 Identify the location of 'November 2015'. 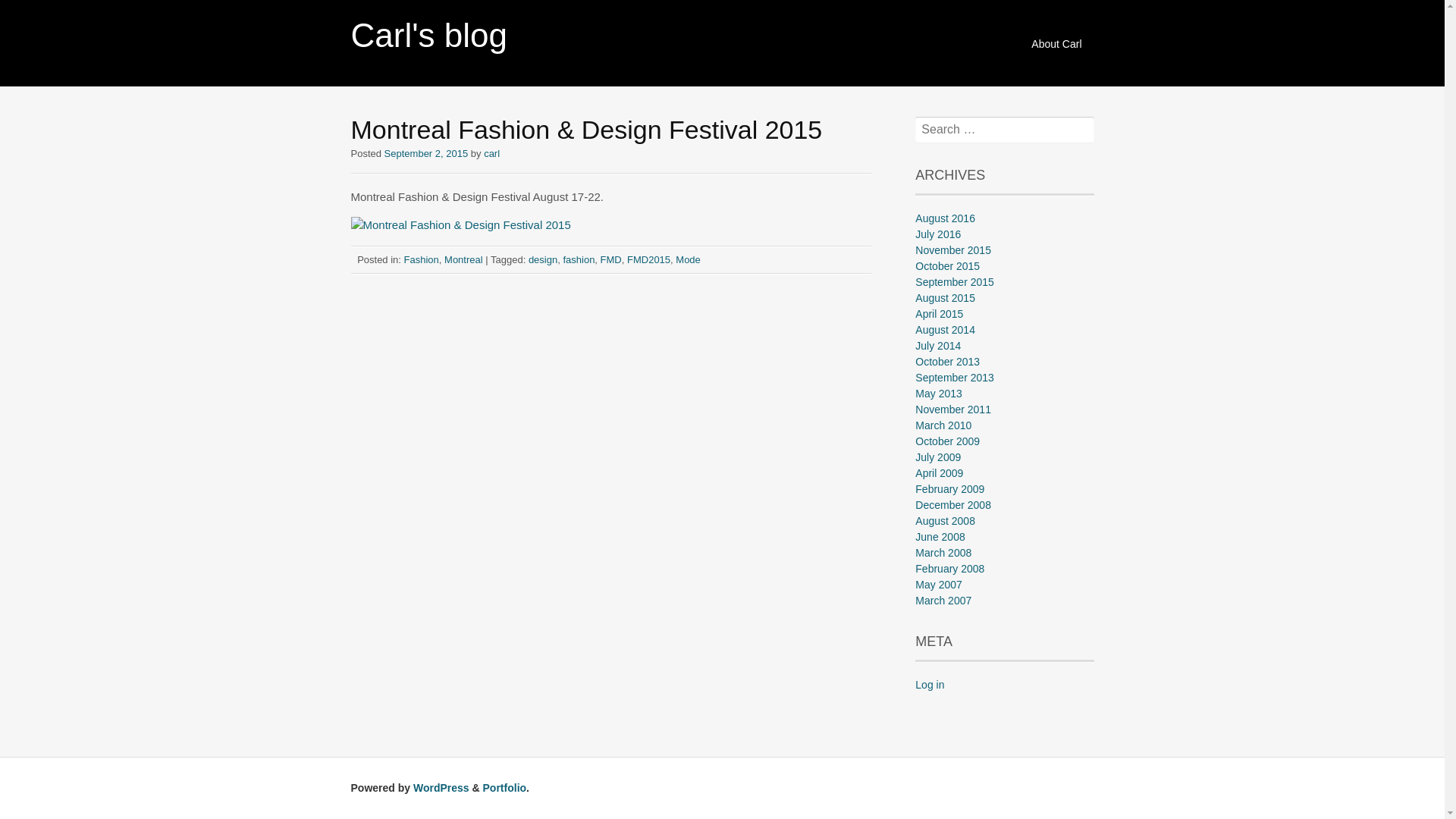
(952, 249).